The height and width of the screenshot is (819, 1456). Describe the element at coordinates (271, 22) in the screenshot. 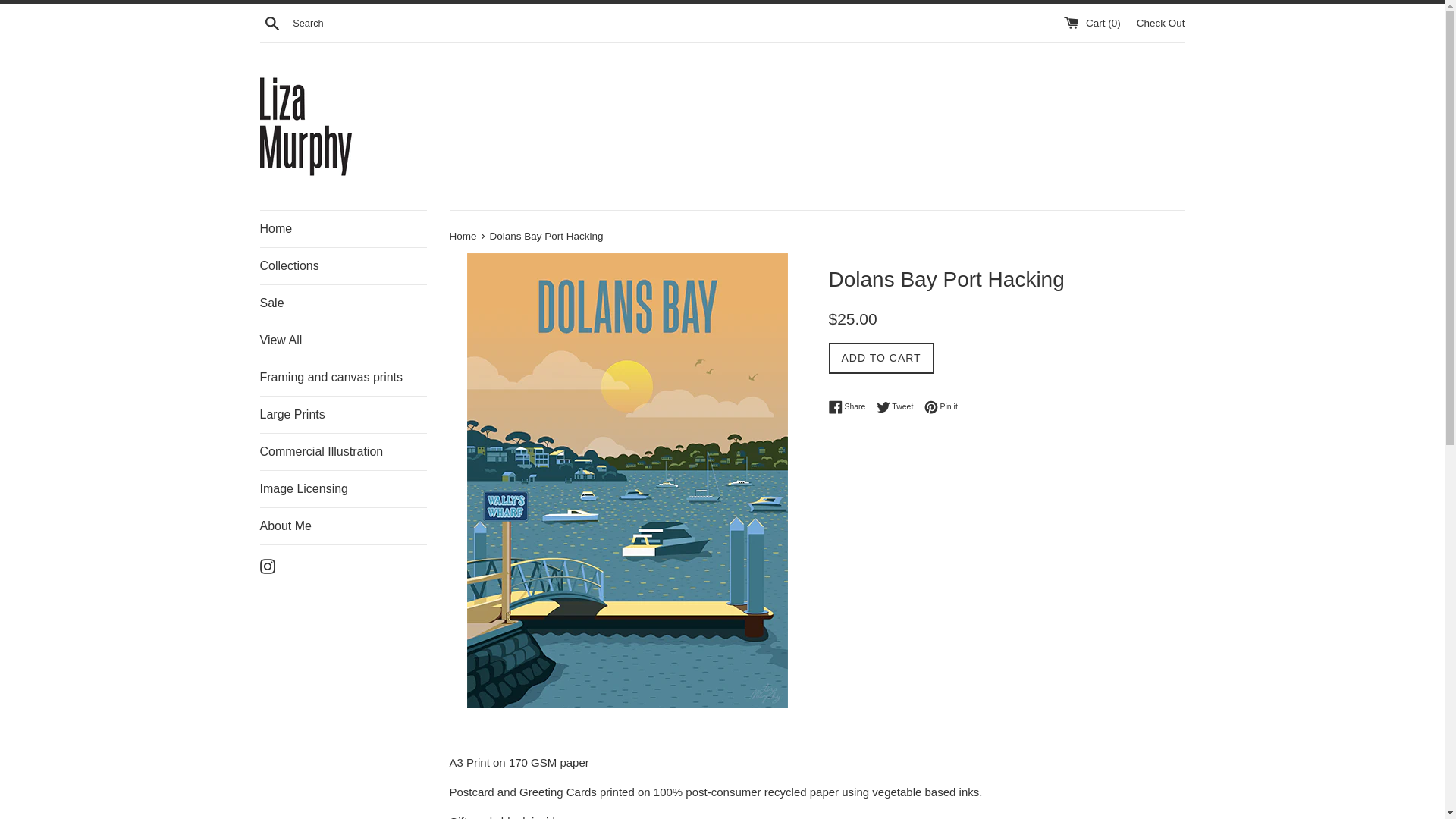

I see `'Search'` at that location.